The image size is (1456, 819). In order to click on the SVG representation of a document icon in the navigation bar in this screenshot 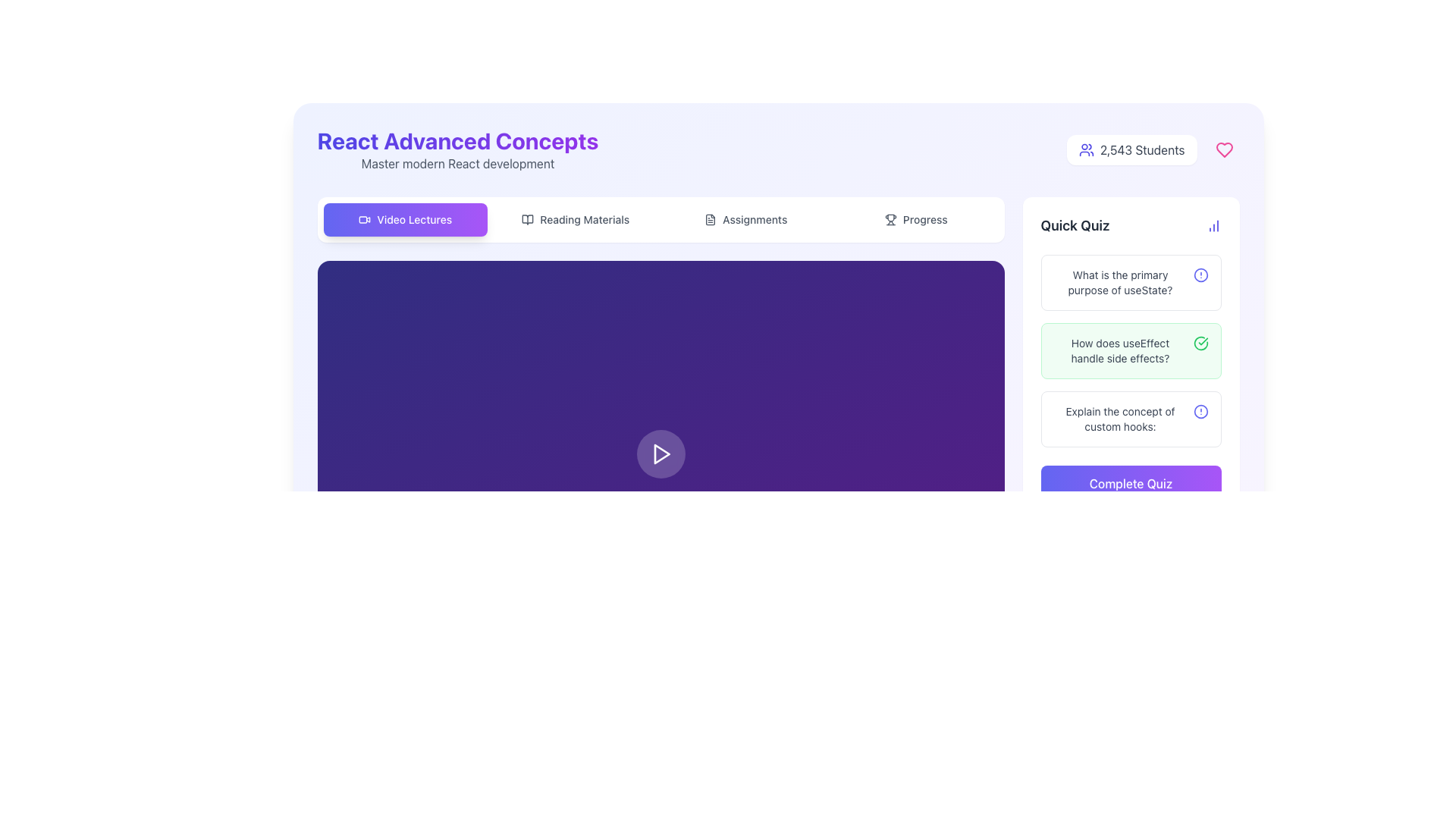, I will do `click(710, 219)`.